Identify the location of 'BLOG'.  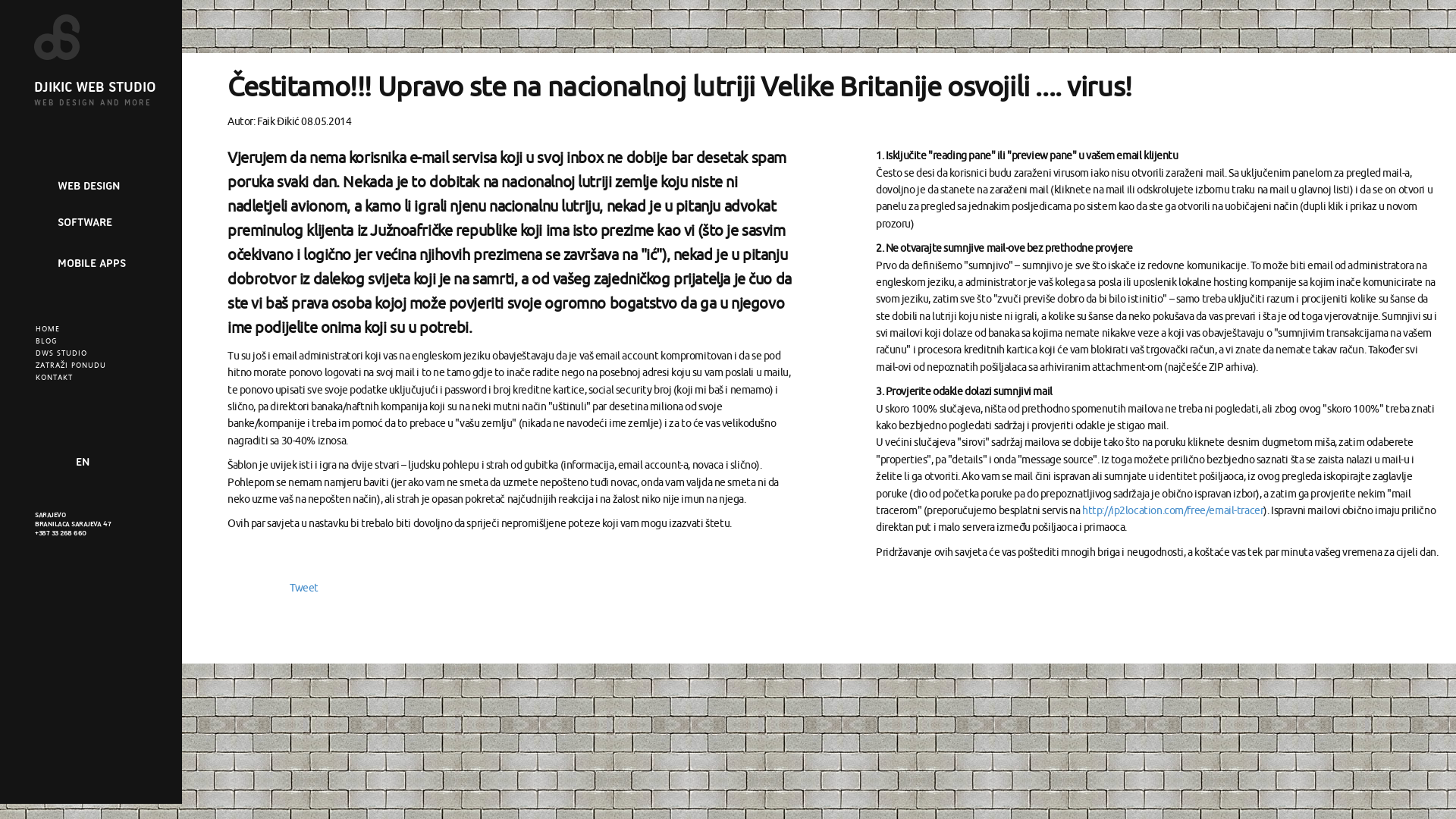
(36, 340).